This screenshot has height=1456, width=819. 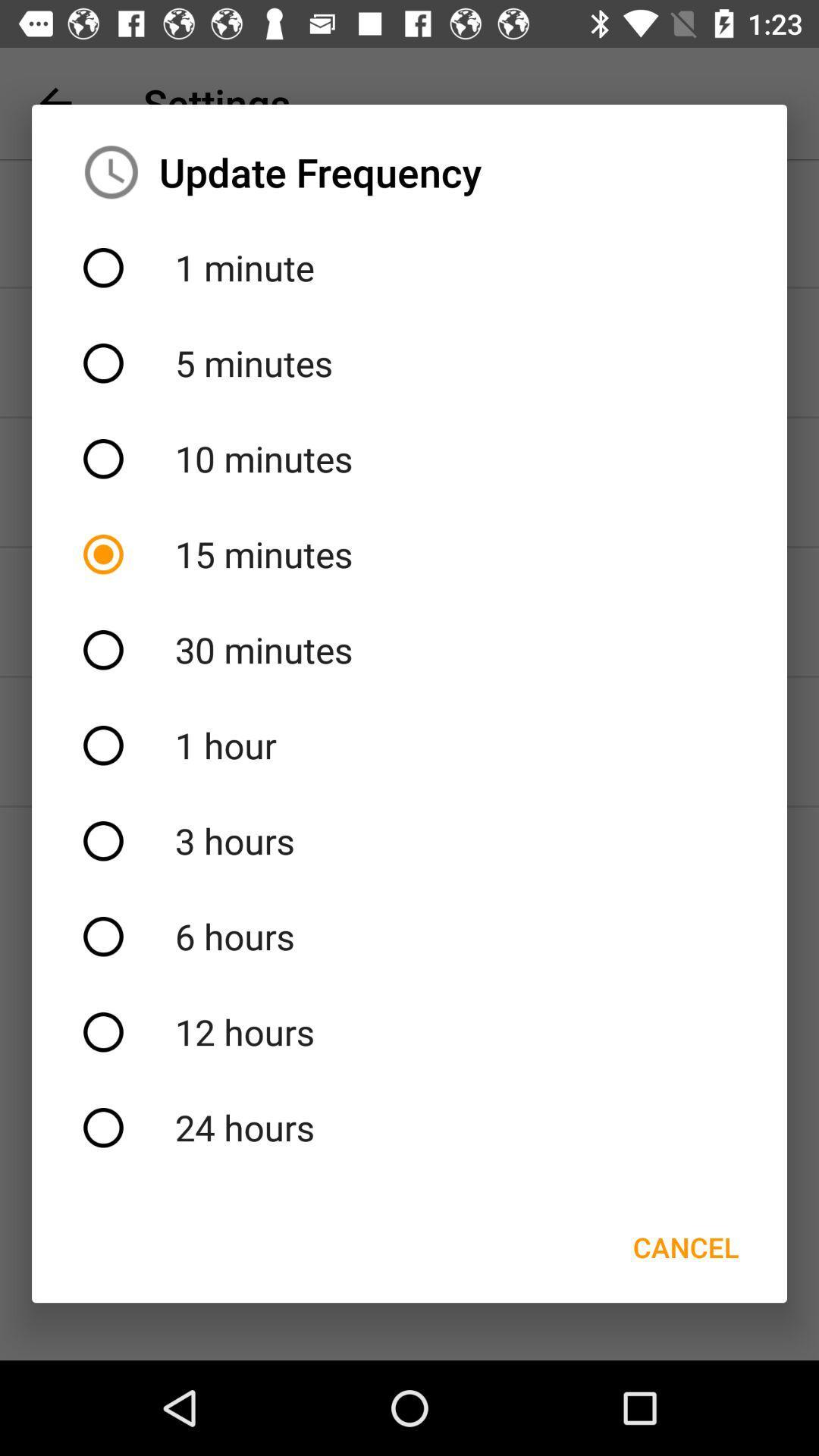 I want to click on 10 minutes, so click(x=409, y=458).